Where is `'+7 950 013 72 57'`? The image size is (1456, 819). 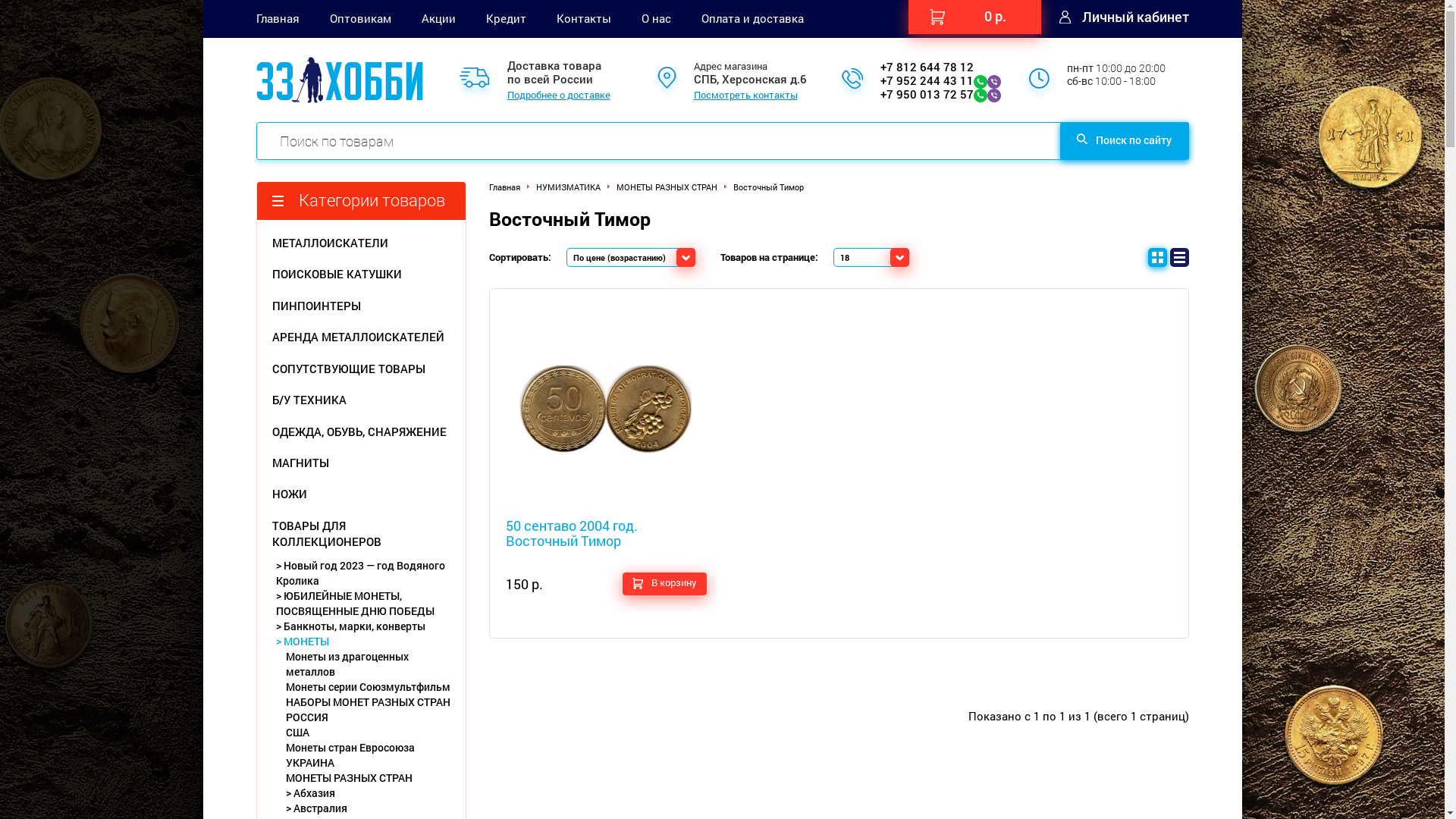 '+7 950 013 72 57' is located at coordinates (925, 93).